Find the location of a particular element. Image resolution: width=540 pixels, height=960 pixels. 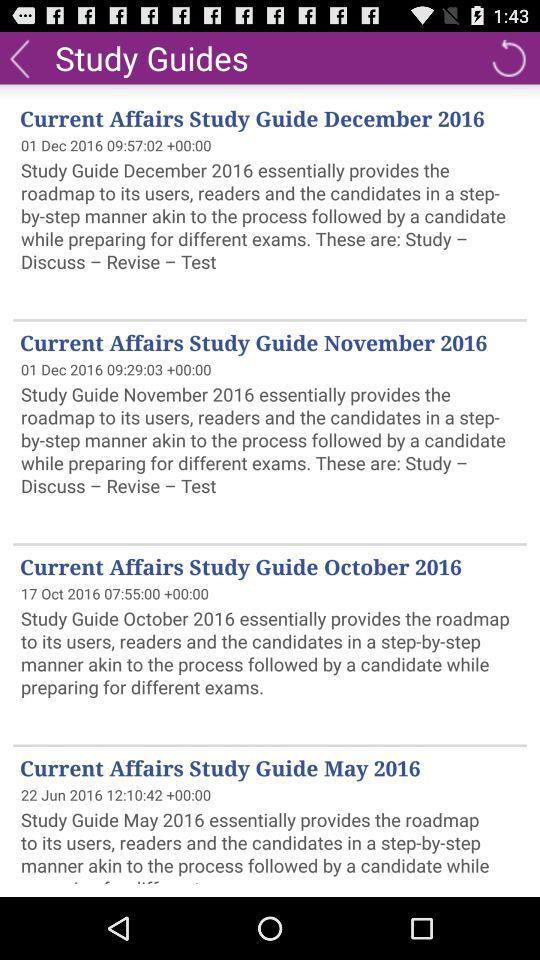

refresh is located at coordinates (508, 56).